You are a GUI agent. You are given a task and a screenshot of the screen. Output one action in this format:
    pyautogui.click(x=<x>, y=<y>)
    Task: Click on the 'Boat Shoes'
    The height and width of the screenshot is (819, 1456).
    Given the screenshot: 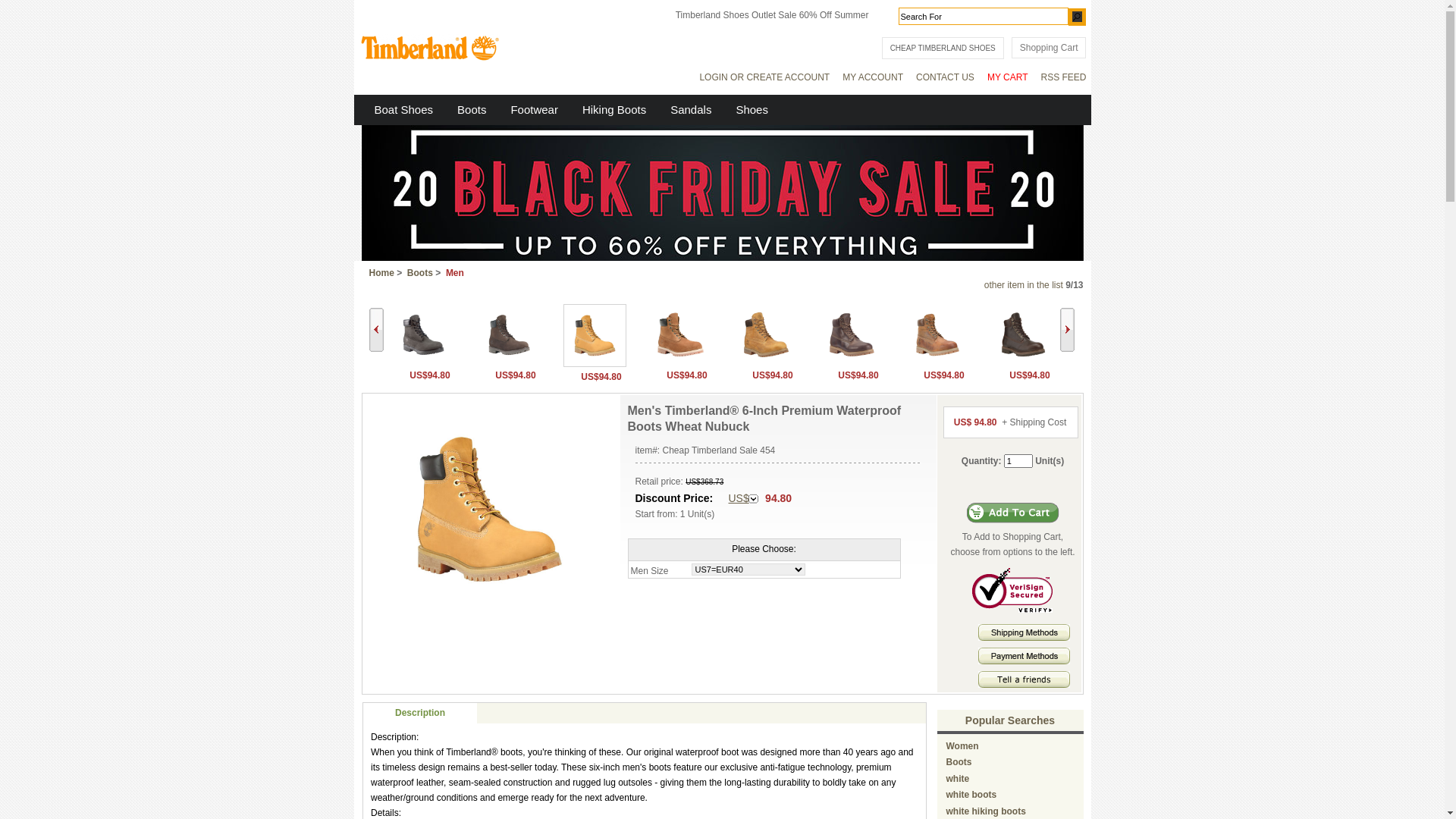 What is the action you would take?
    pyautogui.click(x=403, y=108)
    